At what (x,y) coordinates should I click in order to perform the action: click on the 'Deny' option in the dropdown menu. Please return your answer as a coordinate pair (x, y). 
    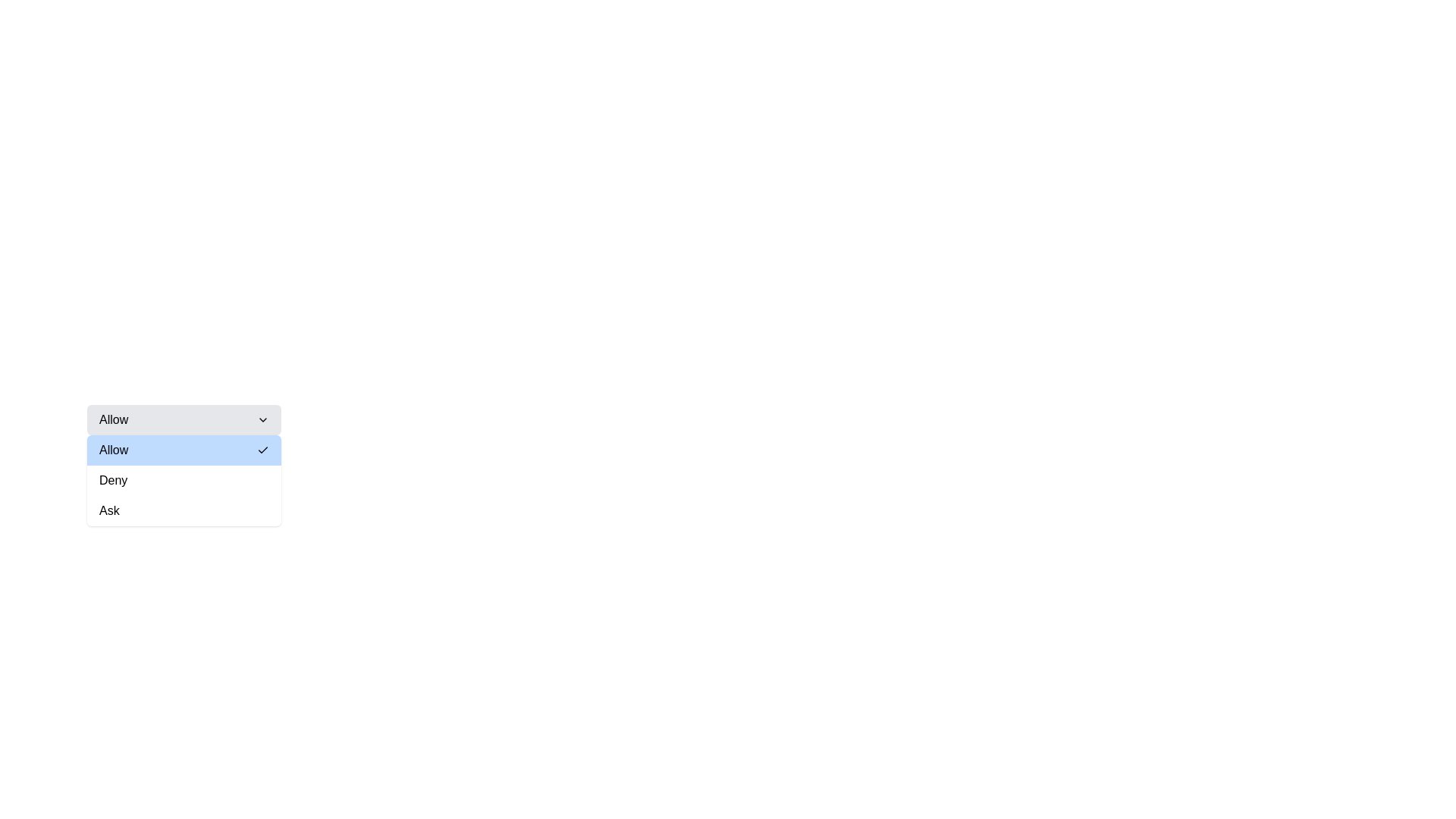
    Looking at the image, I should click on (184, 480).